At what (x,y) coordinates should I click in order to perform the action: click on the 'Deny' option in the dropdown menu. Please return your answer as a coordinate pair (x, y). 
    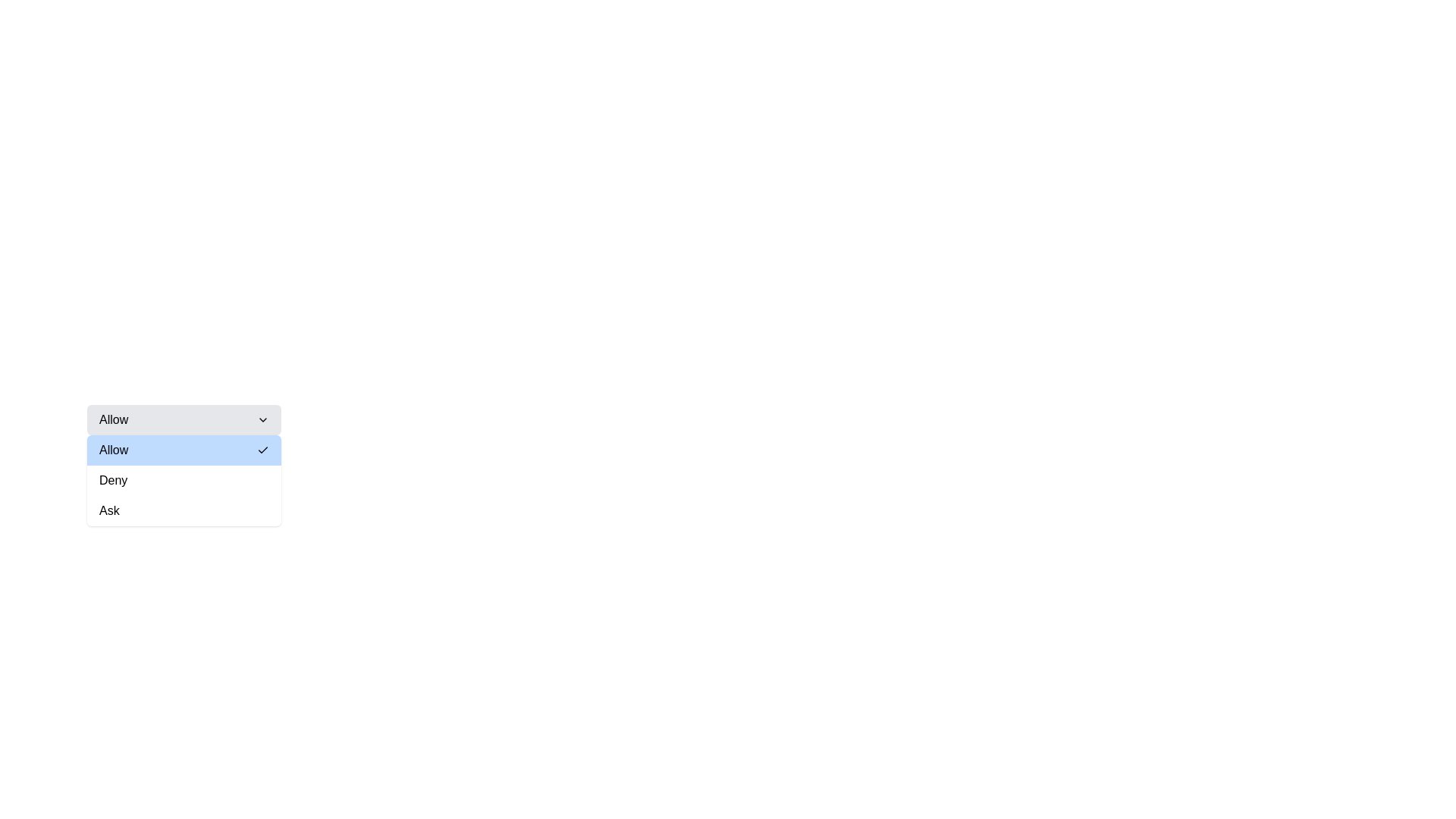
    Looking at the image, I should click on (184, 480).